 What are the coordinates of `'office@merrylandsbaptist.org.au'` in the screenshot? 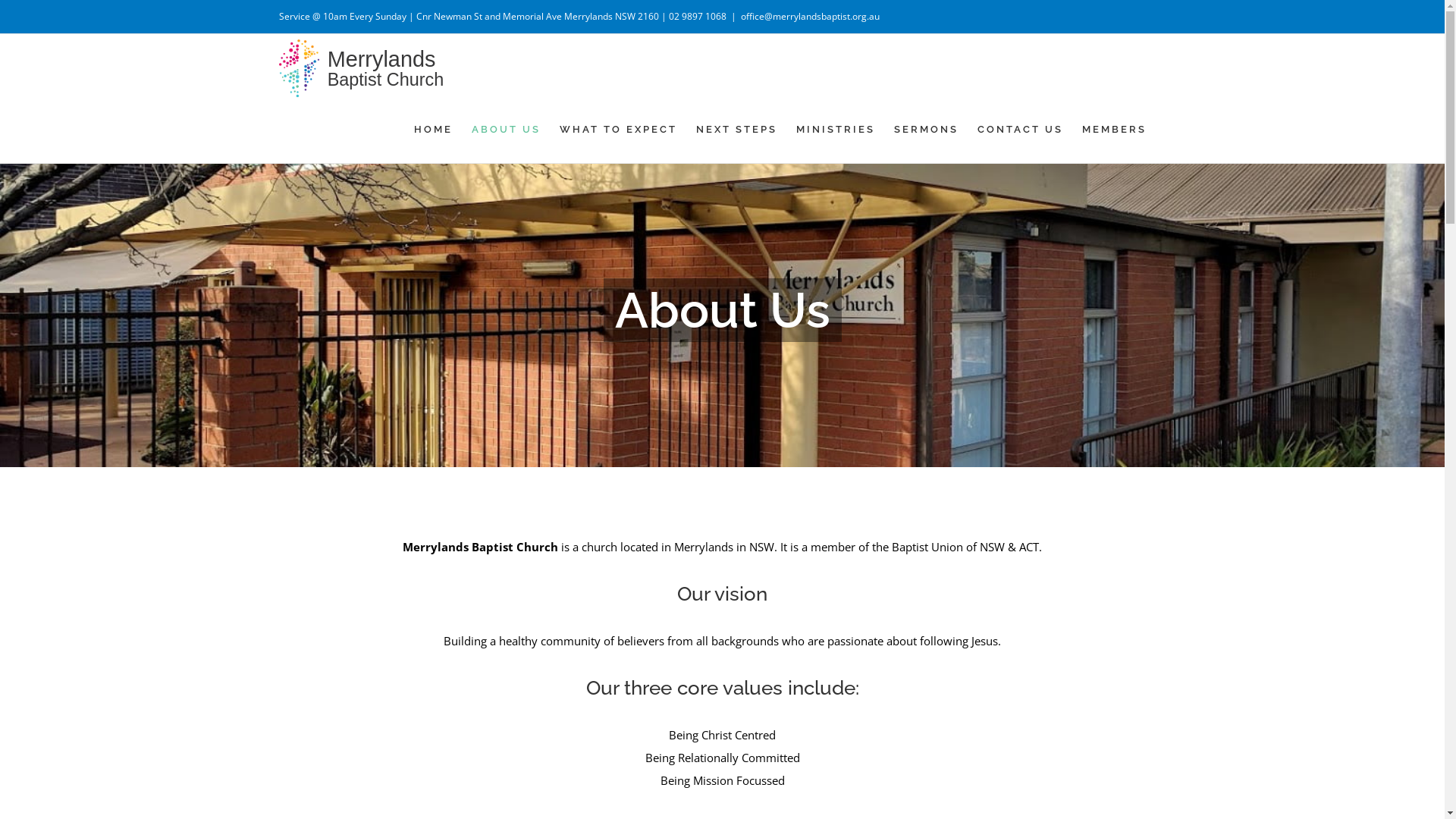 It's located at (809, 16).